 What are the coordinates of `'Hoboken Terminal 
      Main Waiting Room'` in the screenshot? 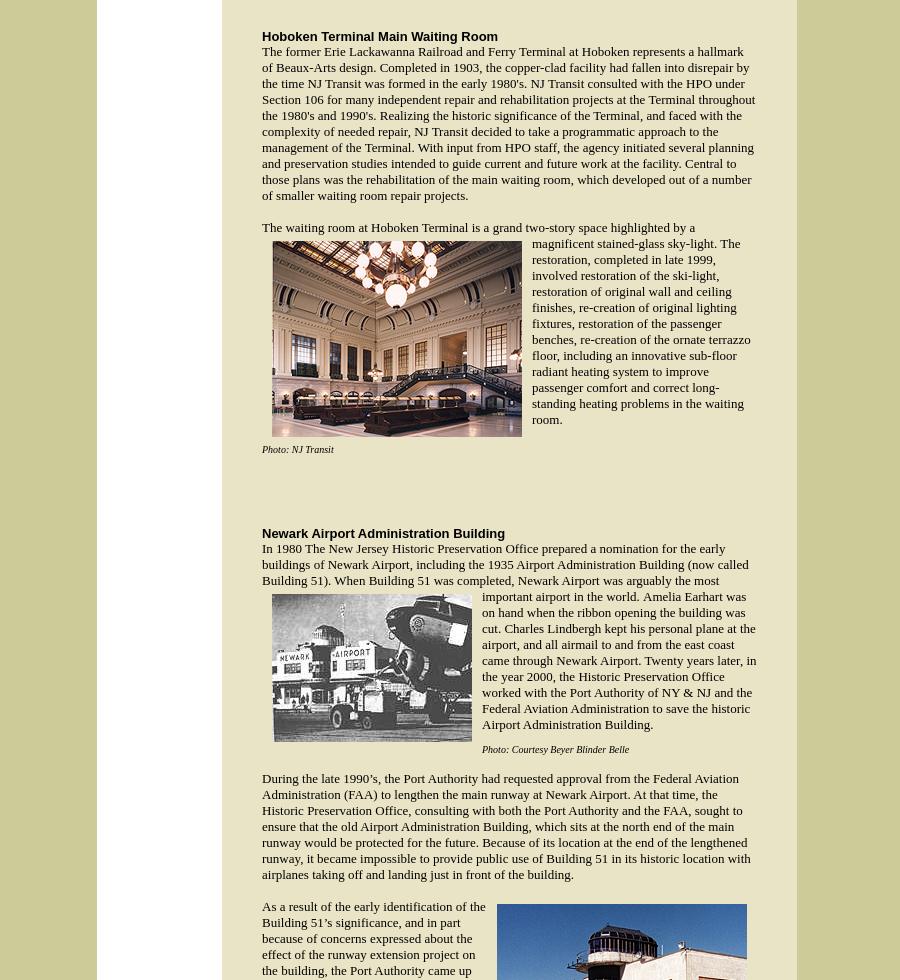 It's located at (379, 36).